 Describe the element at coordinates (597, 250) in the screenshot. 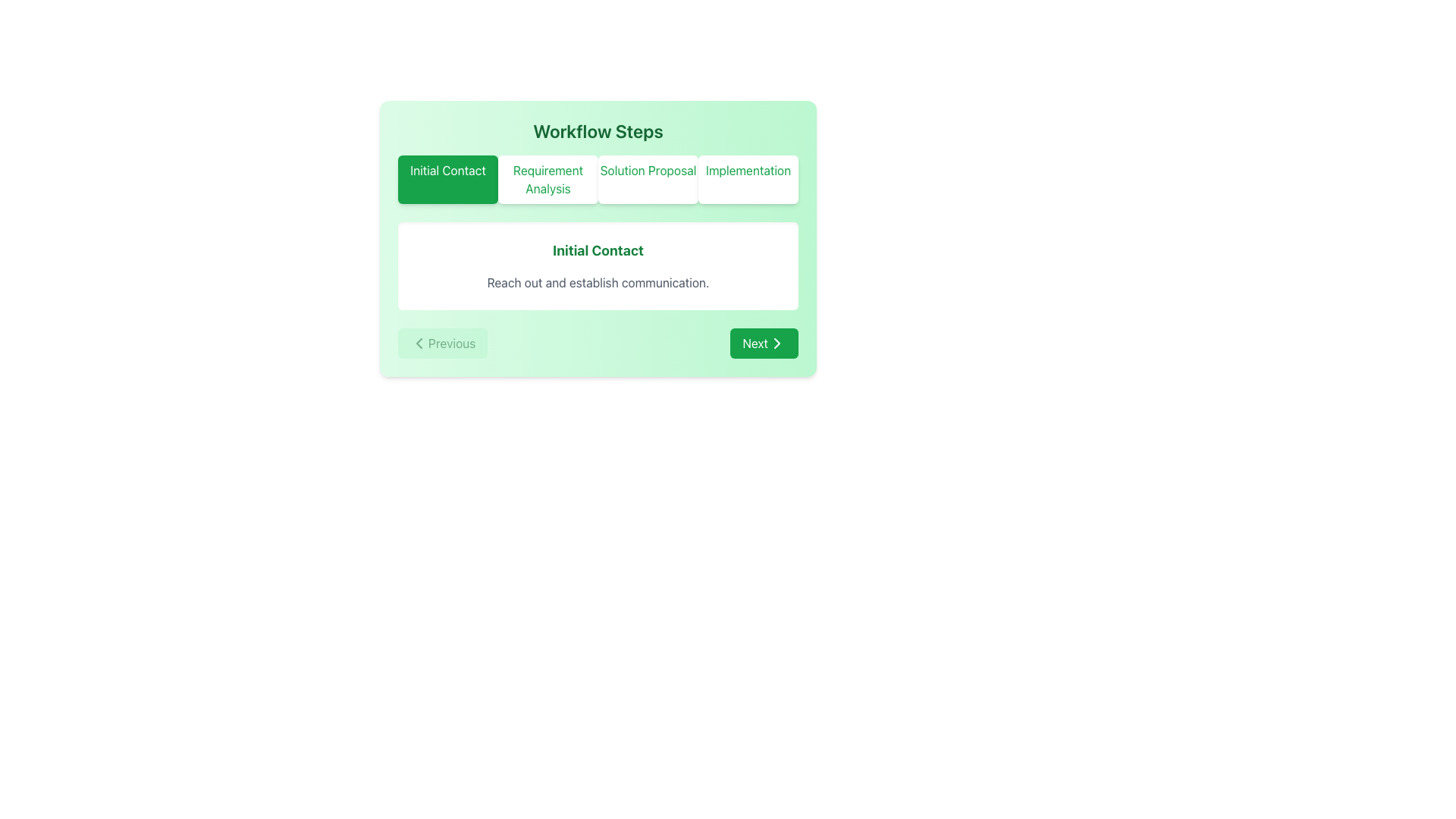

I see `the text element that serves as a title or heading for the workflow step, located within a white, rounded box with shadow effects, above the descriptive text 'Reach out and establish communication.'` at that location.